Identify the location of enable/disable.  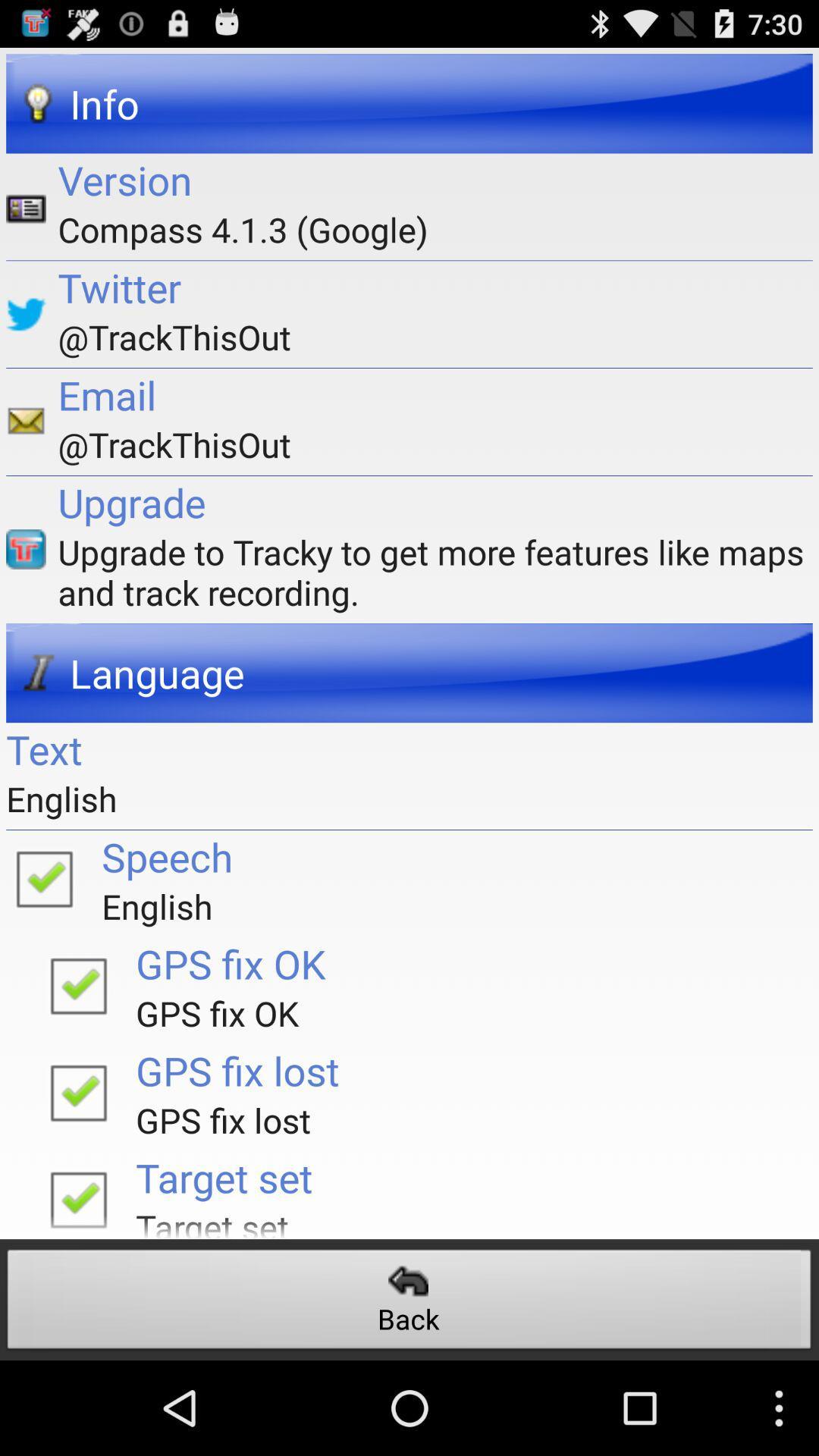
(78, 1194).